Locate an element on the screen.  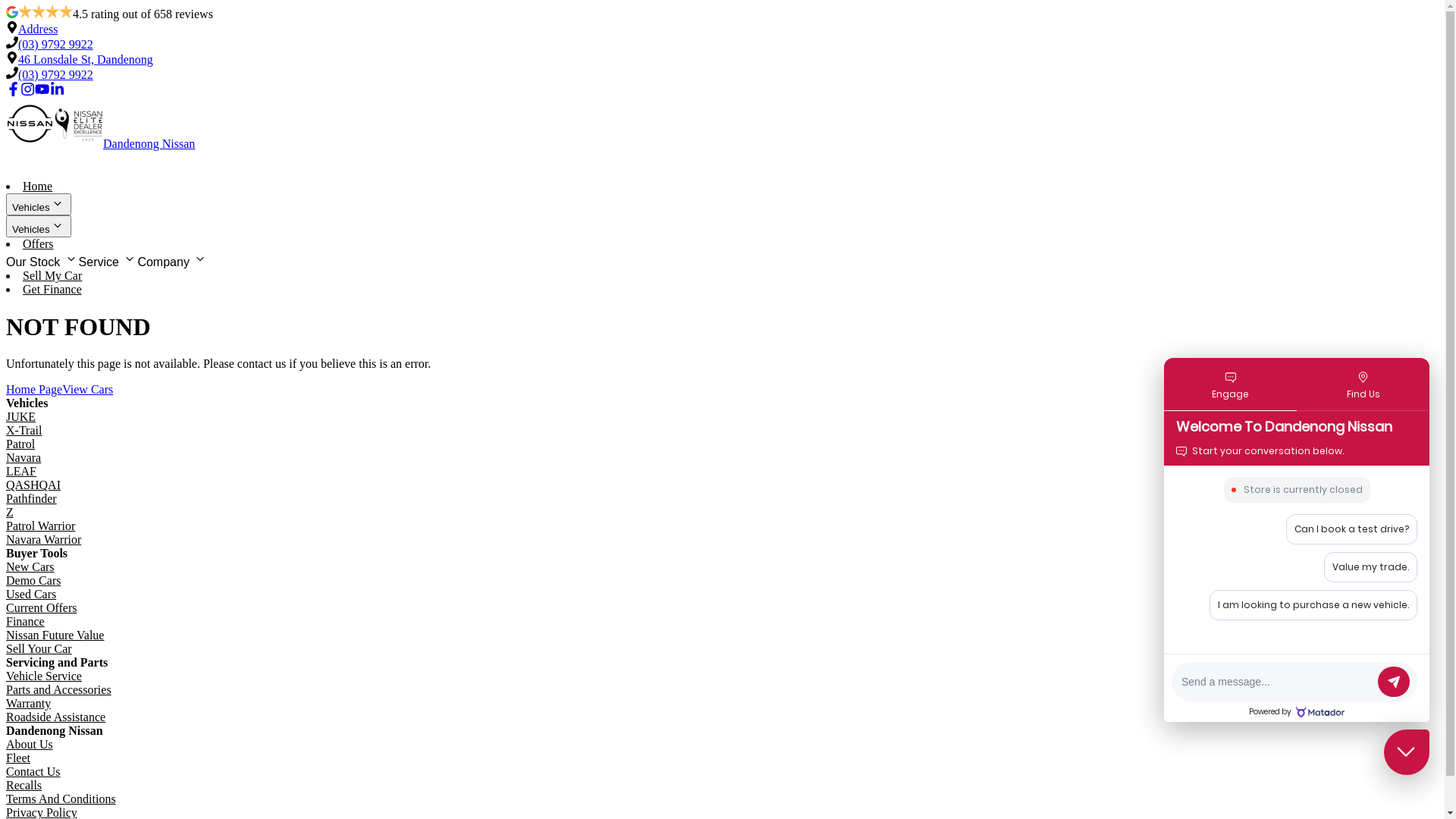
'Offers' is located at coordinates (22, 243).